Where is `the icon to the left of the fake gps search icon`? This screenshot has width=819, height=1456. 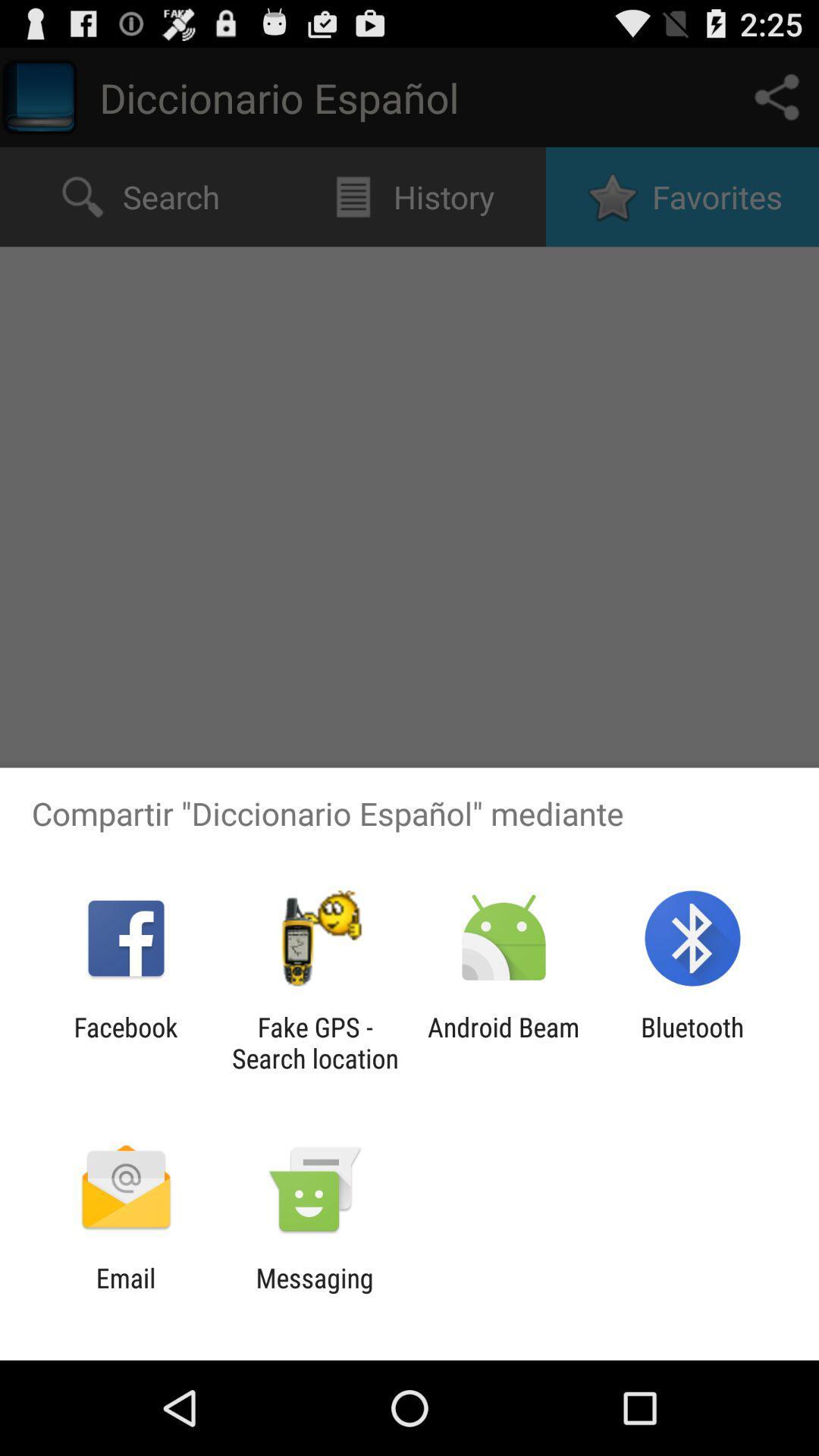 the icon to the left of the fake gps search icon is located at coordinates (125, 1042).